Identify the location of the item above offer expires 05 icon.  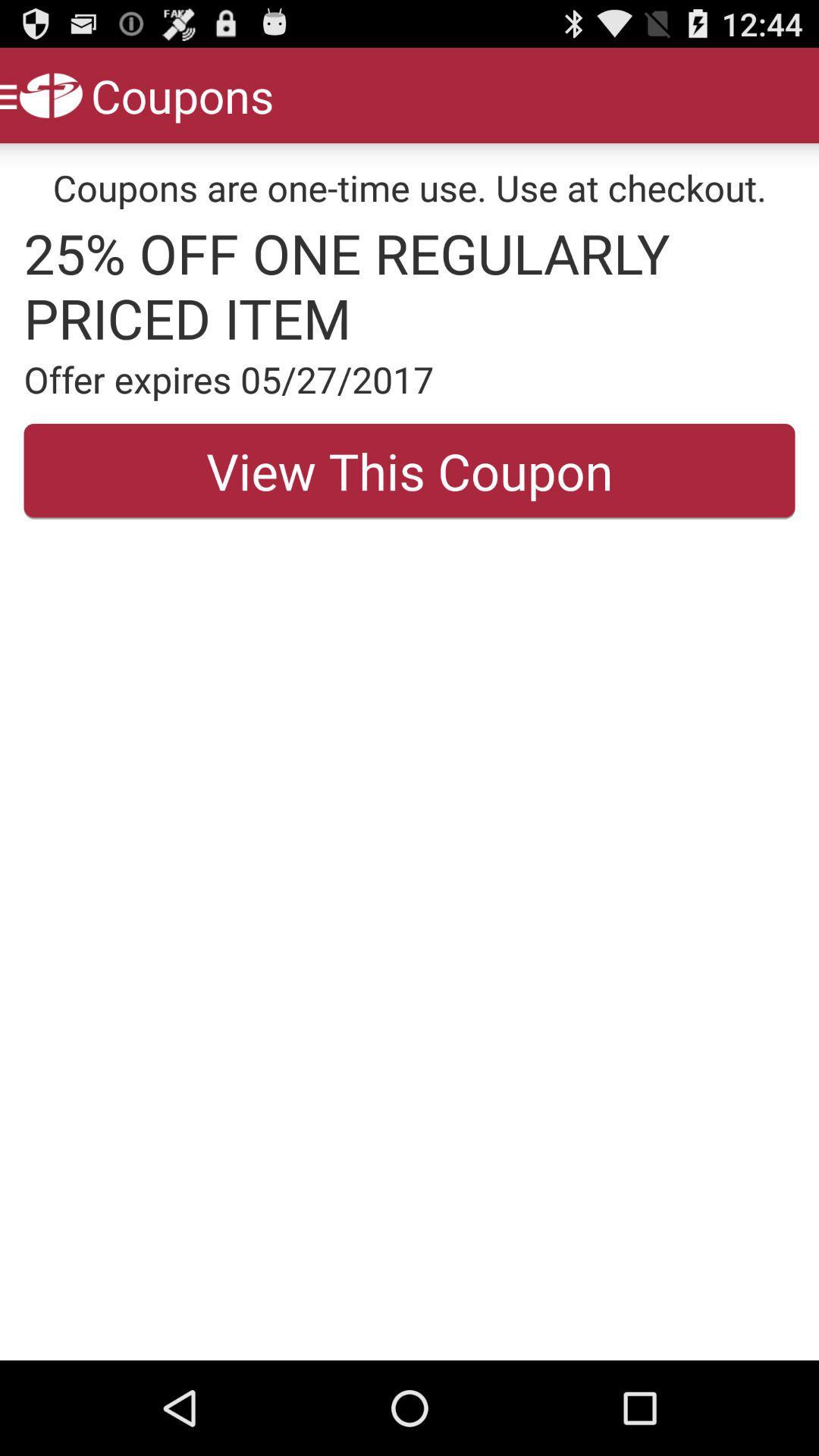
(409, 285).